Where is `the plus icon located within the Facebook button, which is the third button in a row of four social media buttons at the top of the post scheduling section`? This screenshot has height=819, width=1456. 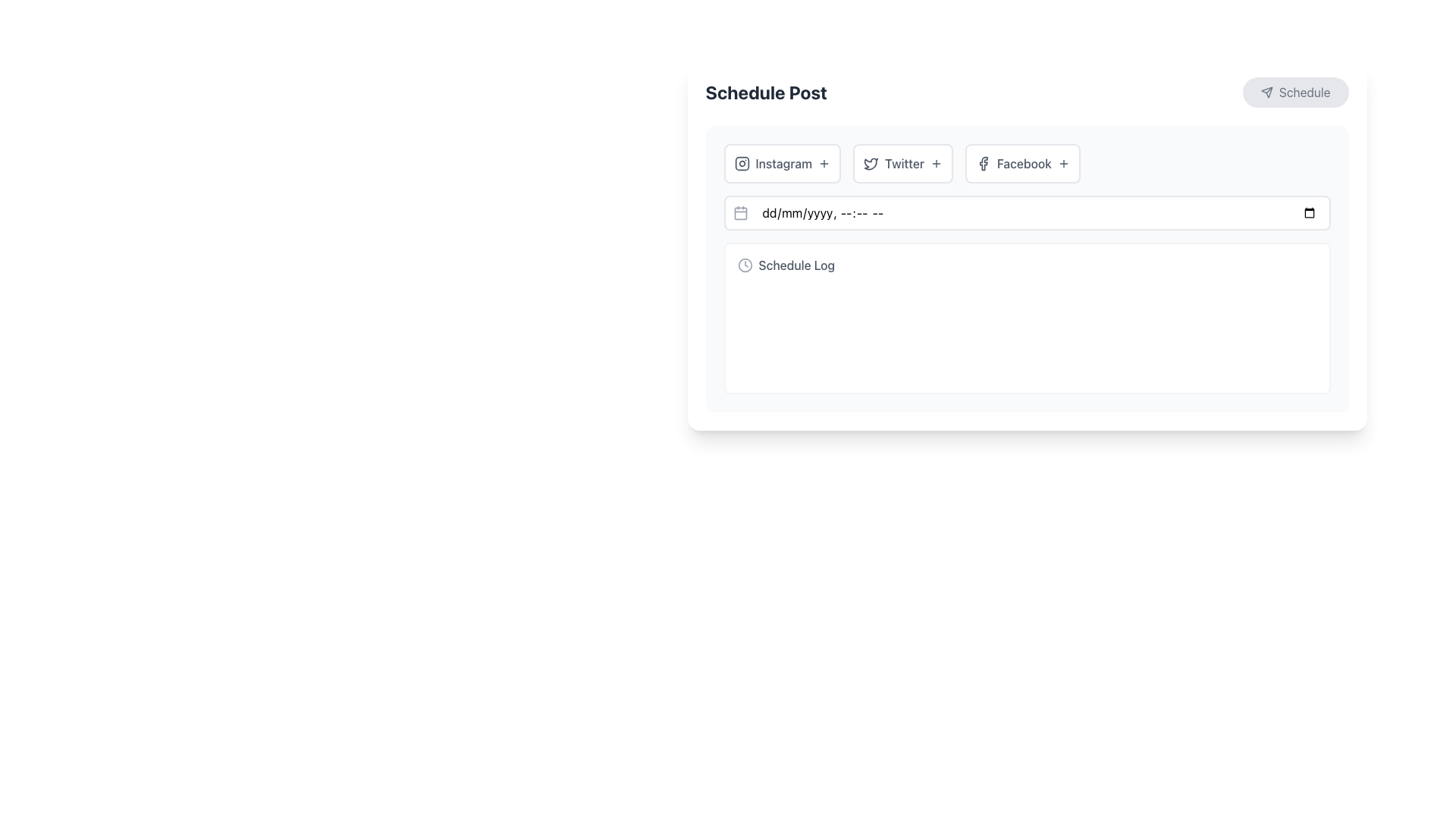 the plus icon located within the Facebook button, which is the third button in a row of four social media buttons at the top of the post scheduling section is located at coordinates (1062, 164).